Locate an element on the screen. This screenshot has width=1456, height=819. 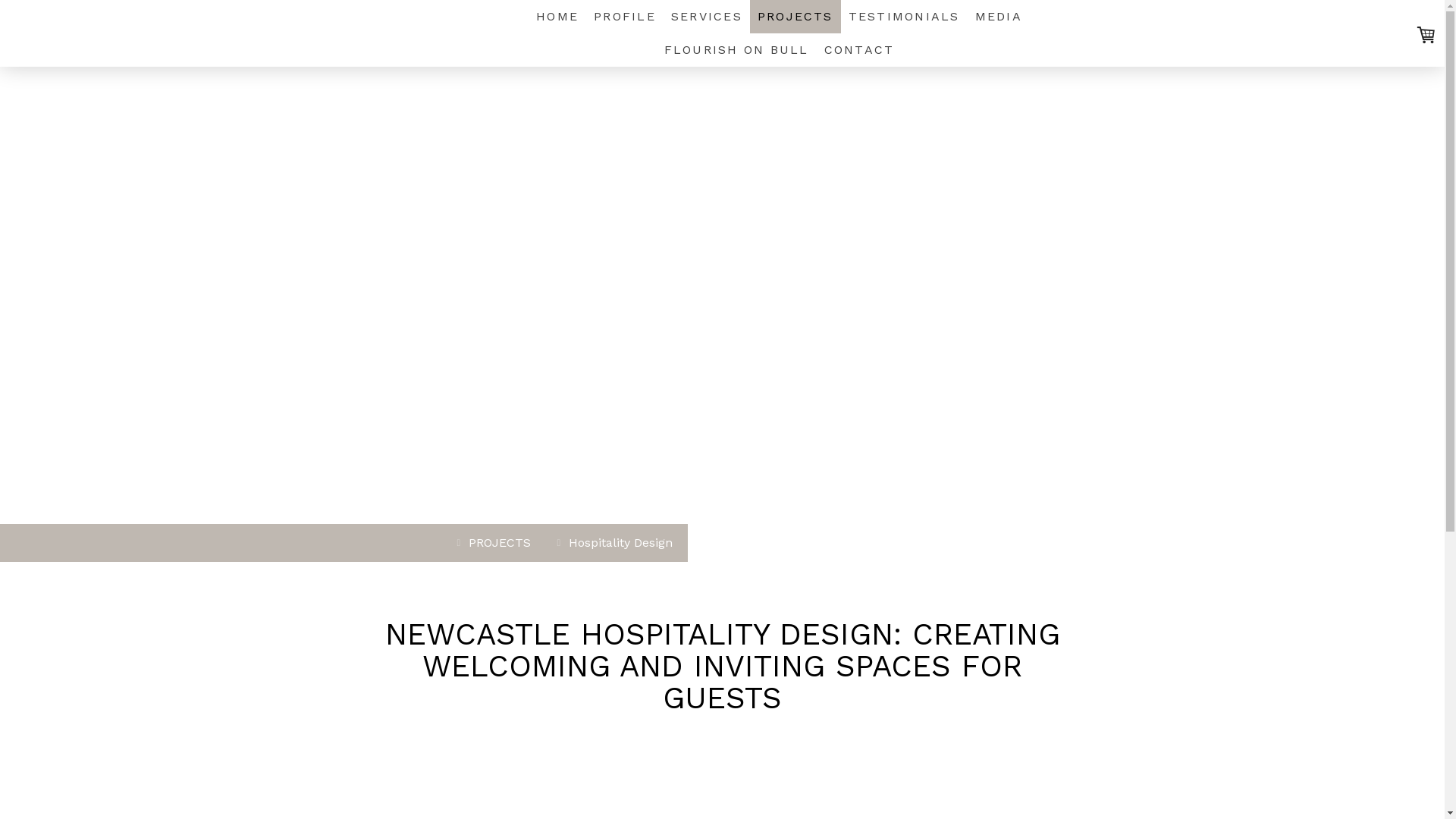
'TESTIMONIALS' is located at coordinates (839, 17).